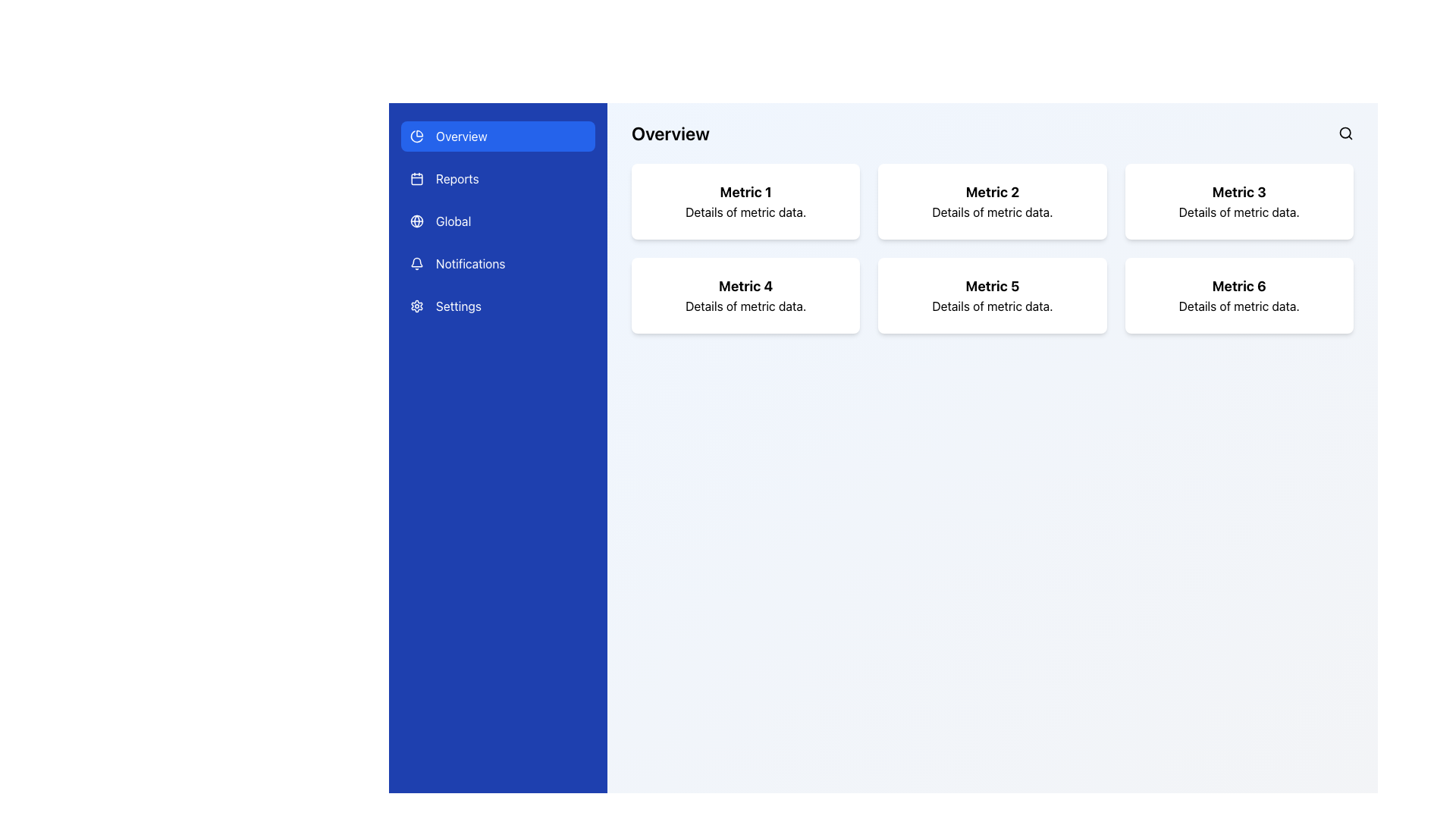 The width and height of the screenshot is (1456, 819). I want to click on the text label that serves as the title of the third card in the second row of the grid, summarizing the metric associated with the card's content, so click(993, 287).